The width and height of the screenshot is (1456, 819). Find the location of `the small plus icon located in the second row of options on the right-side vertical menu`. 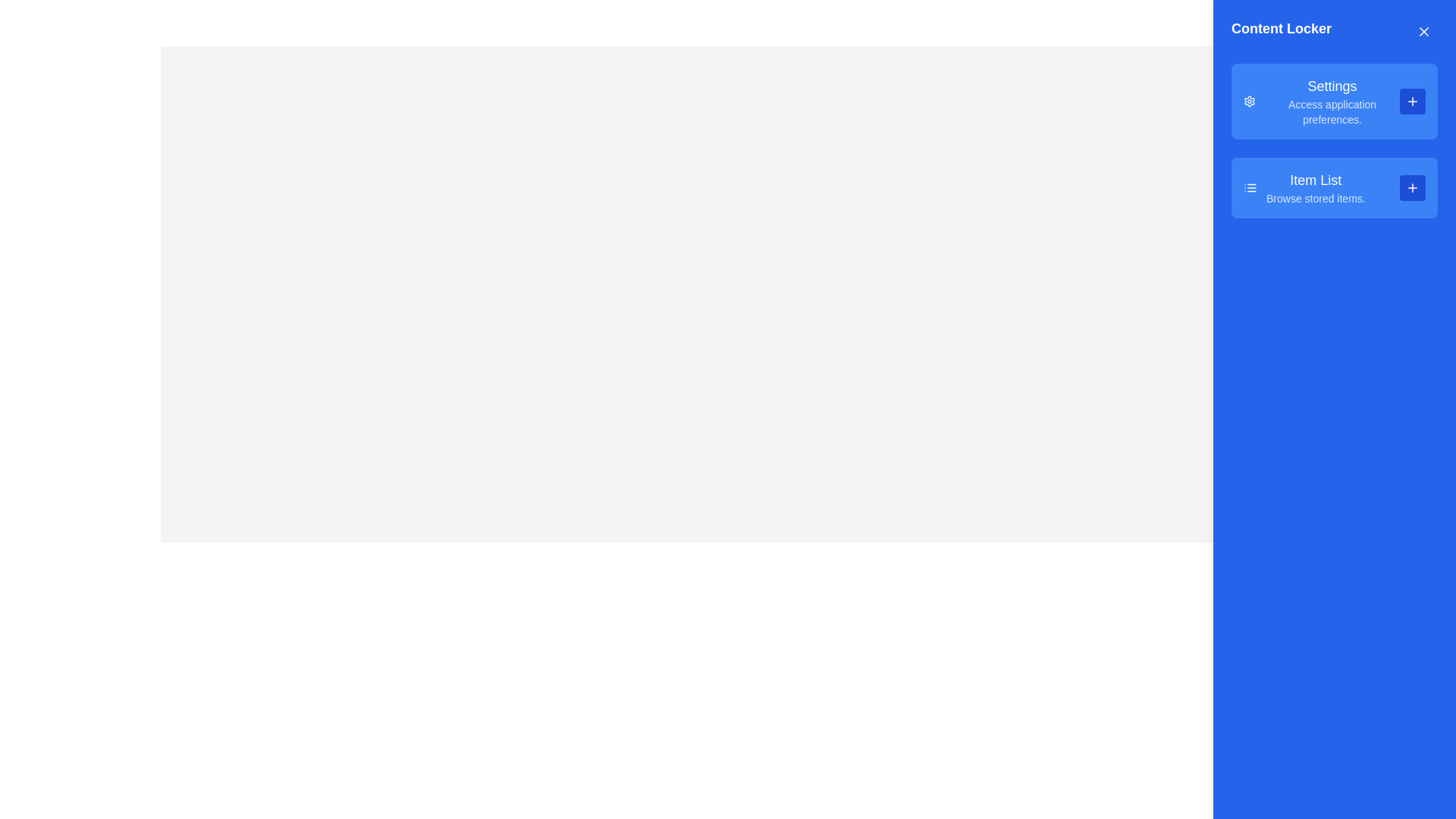

the small plus icon located in the second row of options on the right-side vertical menu is located at coordinates (1411, 187).